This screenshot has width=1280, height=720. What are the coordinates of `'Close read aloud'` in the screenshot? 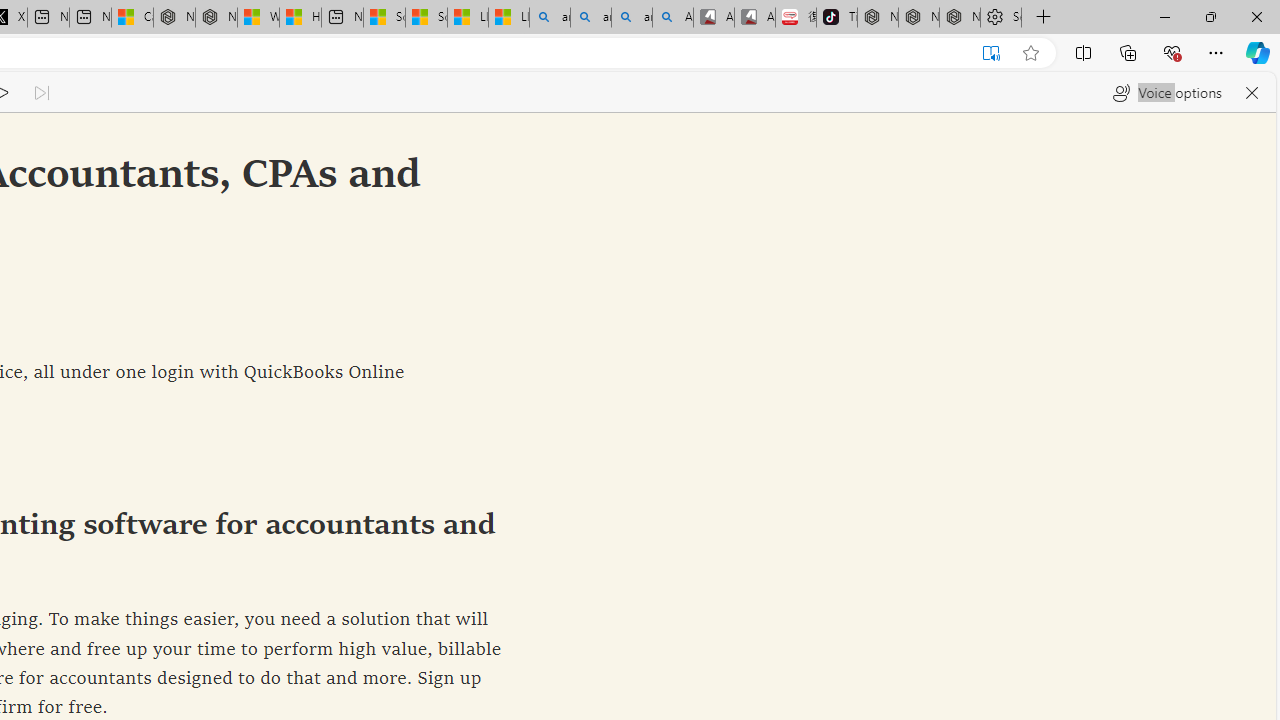 It's located at (1251, 92).